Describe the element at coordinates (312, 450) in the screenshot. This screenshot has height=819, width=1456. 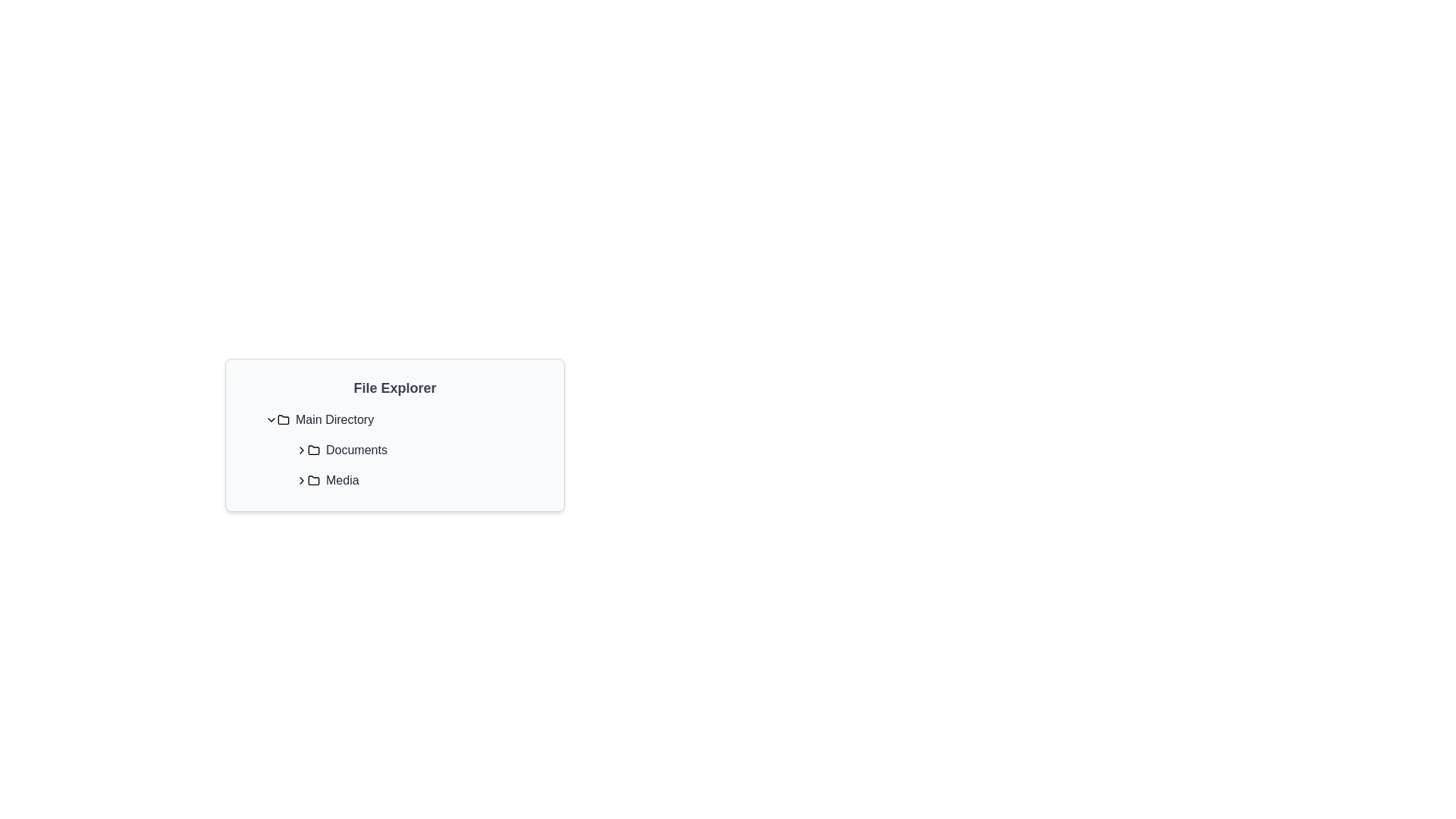
I see `the folder icon located to the left of the 'Documents' text in the file explorer` at that location.